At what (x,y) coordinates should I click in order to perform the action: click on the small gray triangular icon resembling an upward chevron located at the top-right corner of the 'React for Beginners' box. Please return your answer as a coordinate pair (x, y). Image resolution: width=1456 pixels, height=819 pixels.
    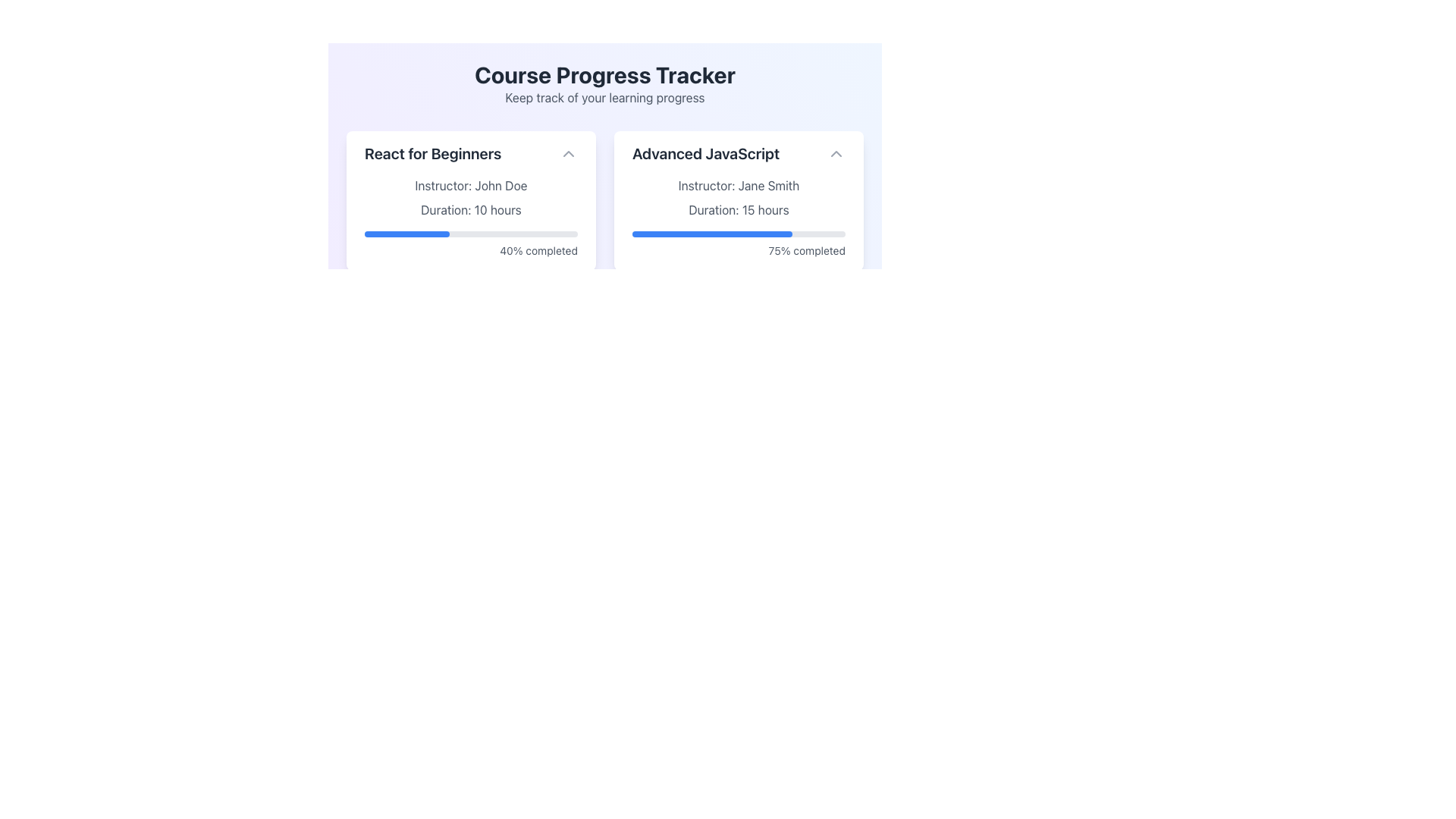
    Looking at the image, I should click on (567, 154).